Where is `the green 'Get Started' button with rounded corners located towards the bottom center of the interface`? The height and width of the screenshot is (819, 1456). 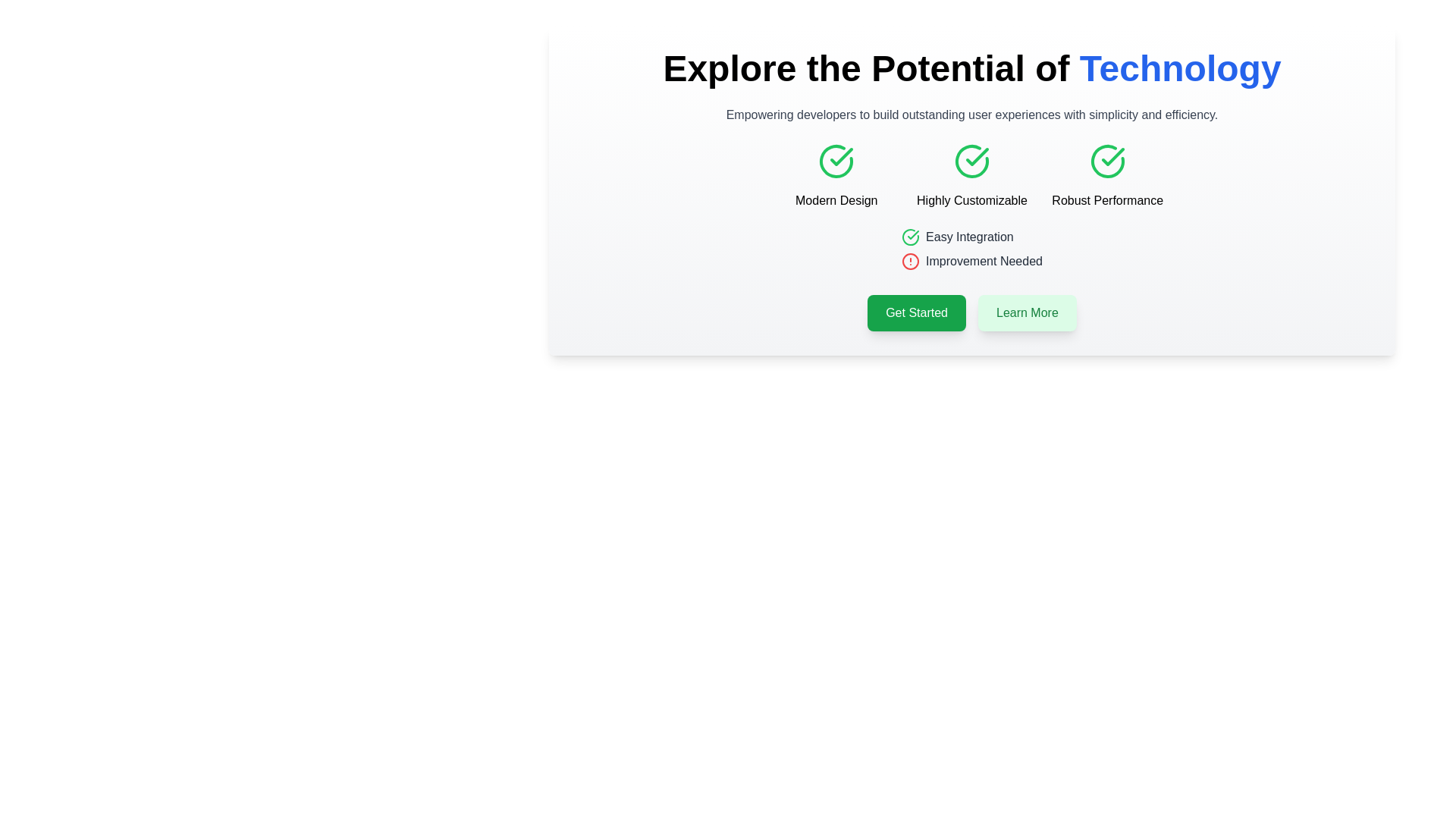
the green 'Get Started' button with rounded corners located towards the bottom center of the interface is located at coordinates (916, 312).